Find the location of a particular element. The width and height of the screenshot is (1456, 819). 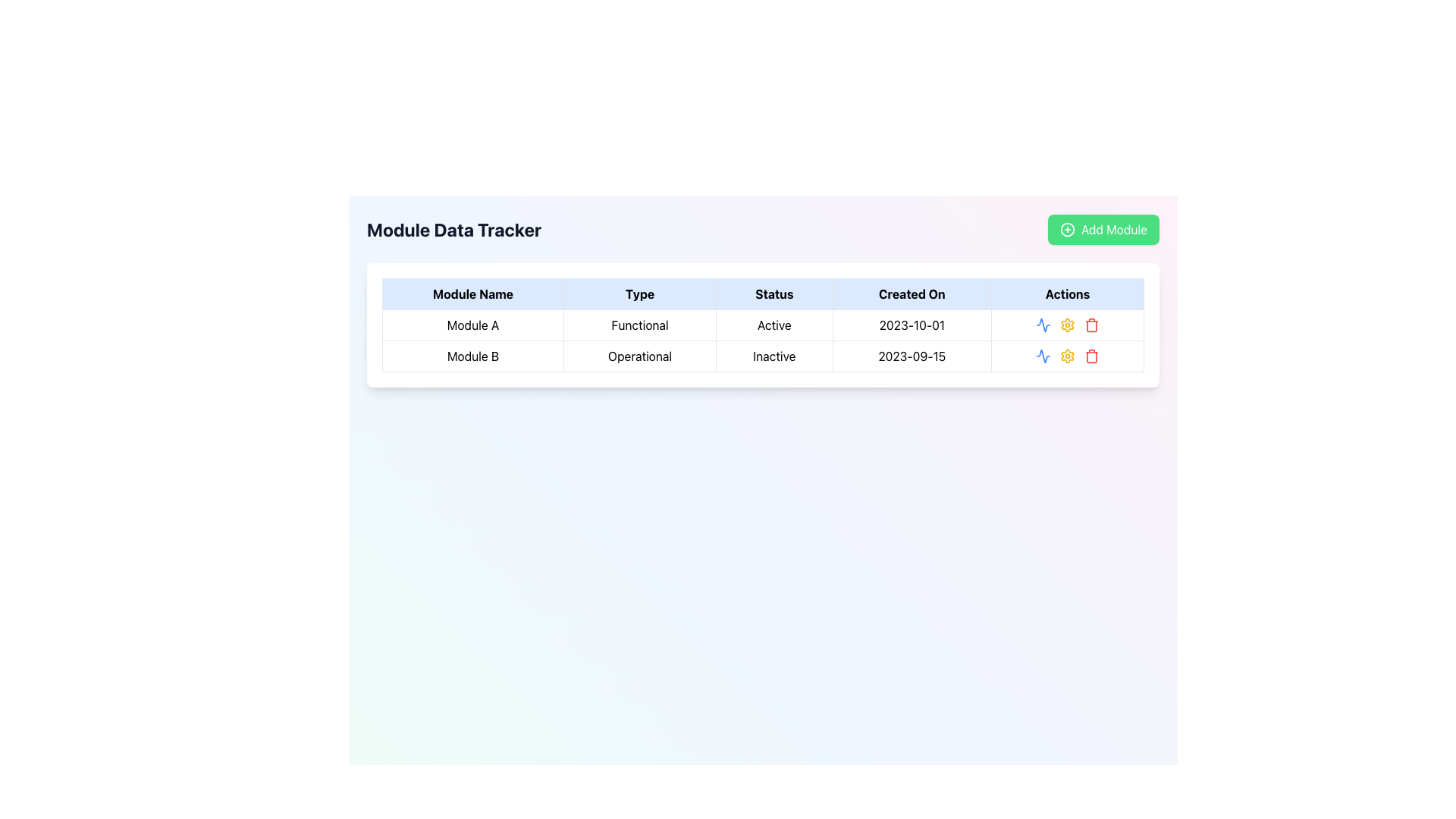

the table header labeled 'Module Name', which is styled in bold font and is the first header cell in the table representing module data is located at coordinates (472, 294).